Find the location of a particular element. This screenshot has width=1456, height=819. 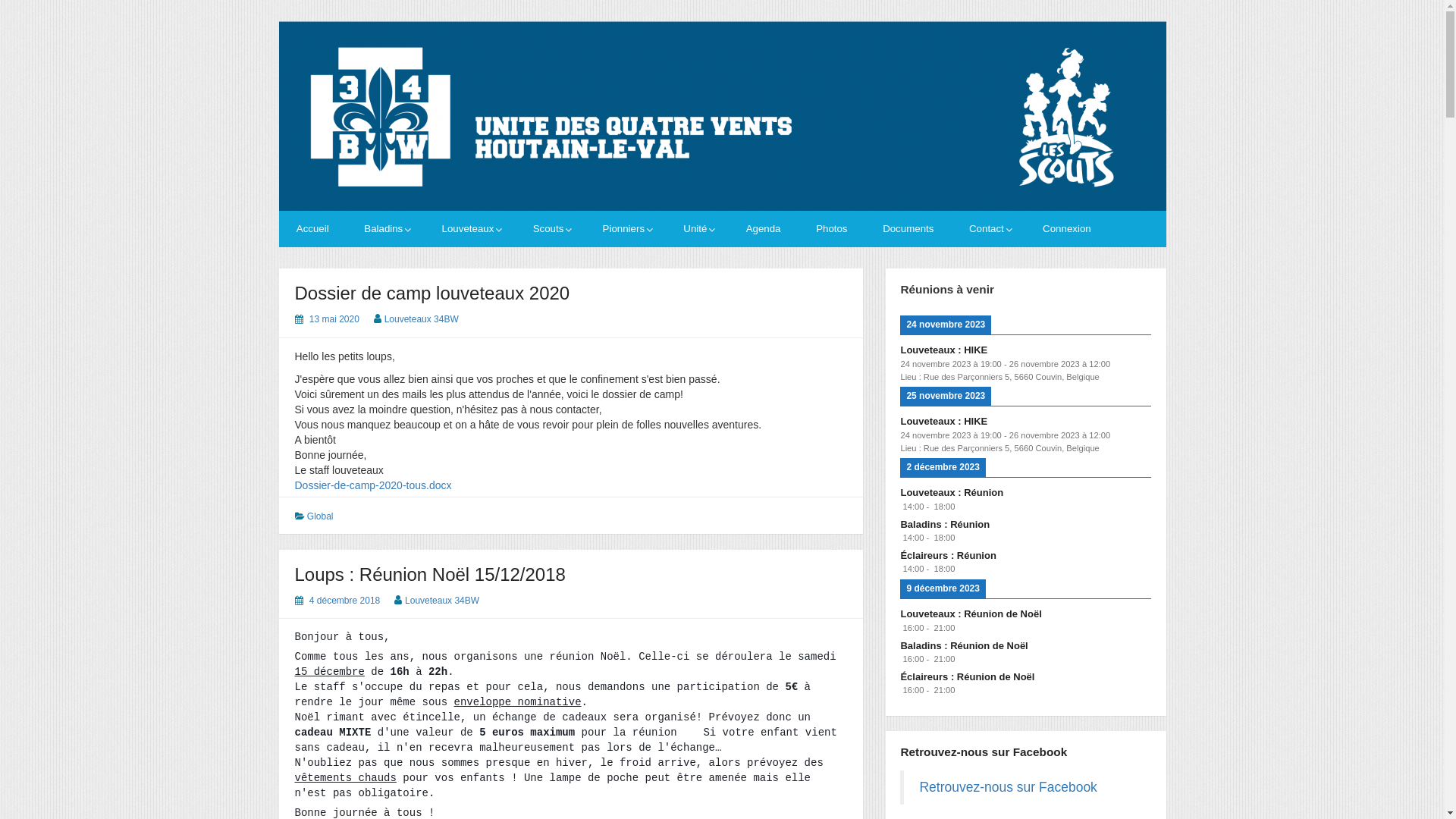

'Dossier de camp louveteaux 2020' is located at coordinates (431, 293).